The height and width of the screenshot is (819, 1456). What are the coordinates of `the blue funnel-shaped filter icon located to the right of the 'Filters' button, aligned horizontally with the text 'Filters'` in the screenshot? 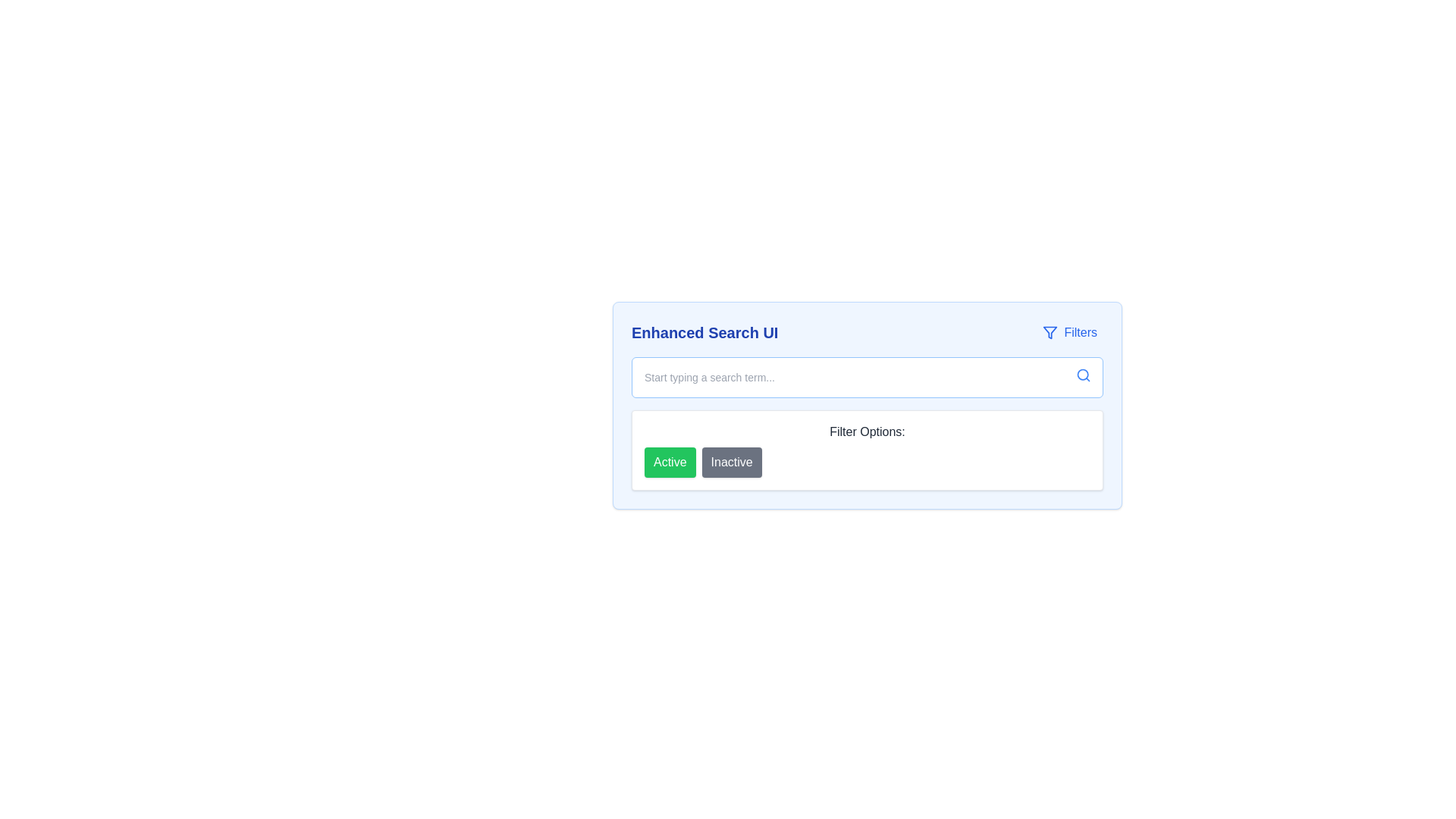 It's located at (1050, 332).